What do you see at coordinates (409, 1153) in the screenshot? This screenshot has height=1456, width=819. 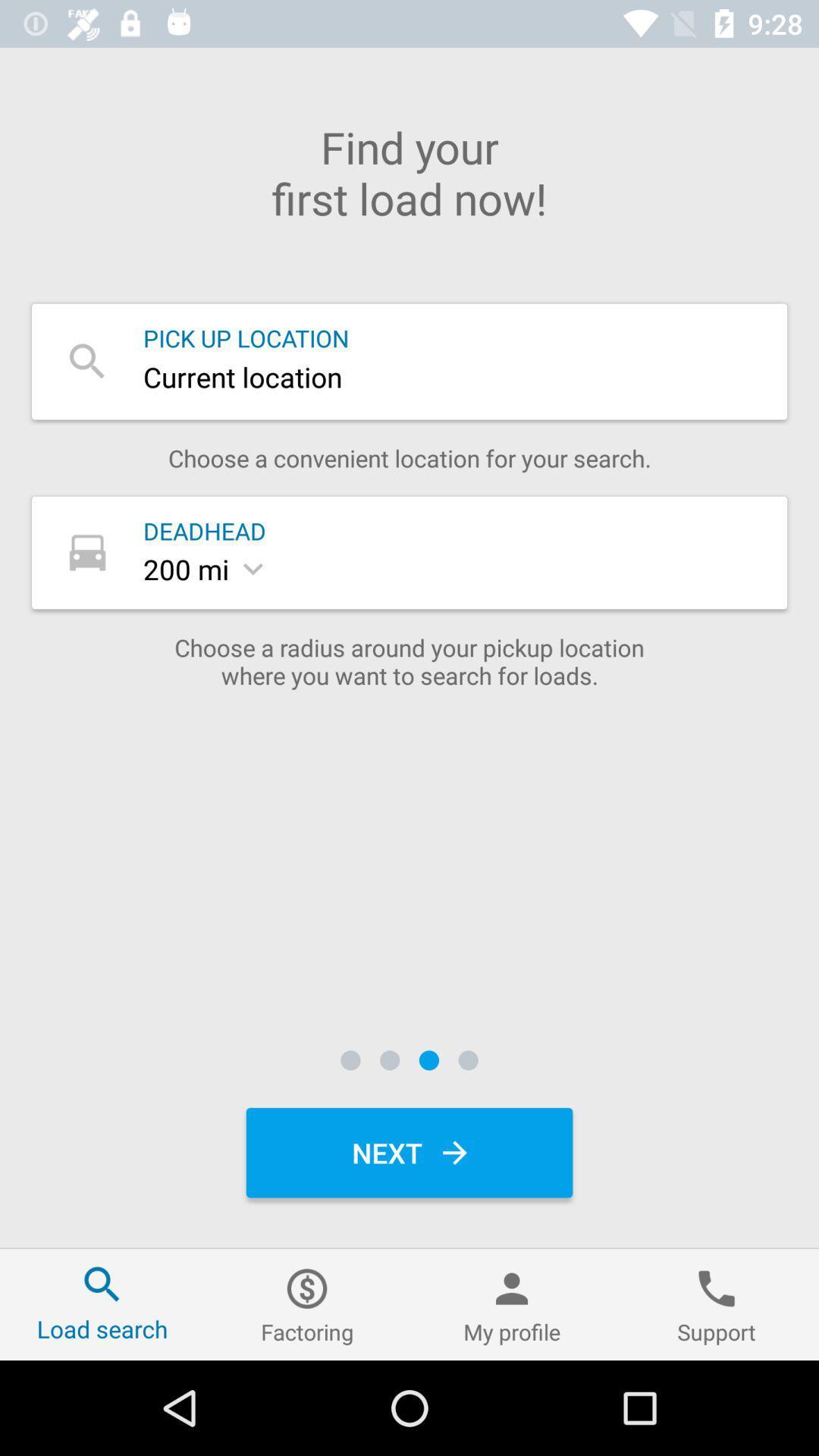 I see `the next` at bounding box center [409, 1153].